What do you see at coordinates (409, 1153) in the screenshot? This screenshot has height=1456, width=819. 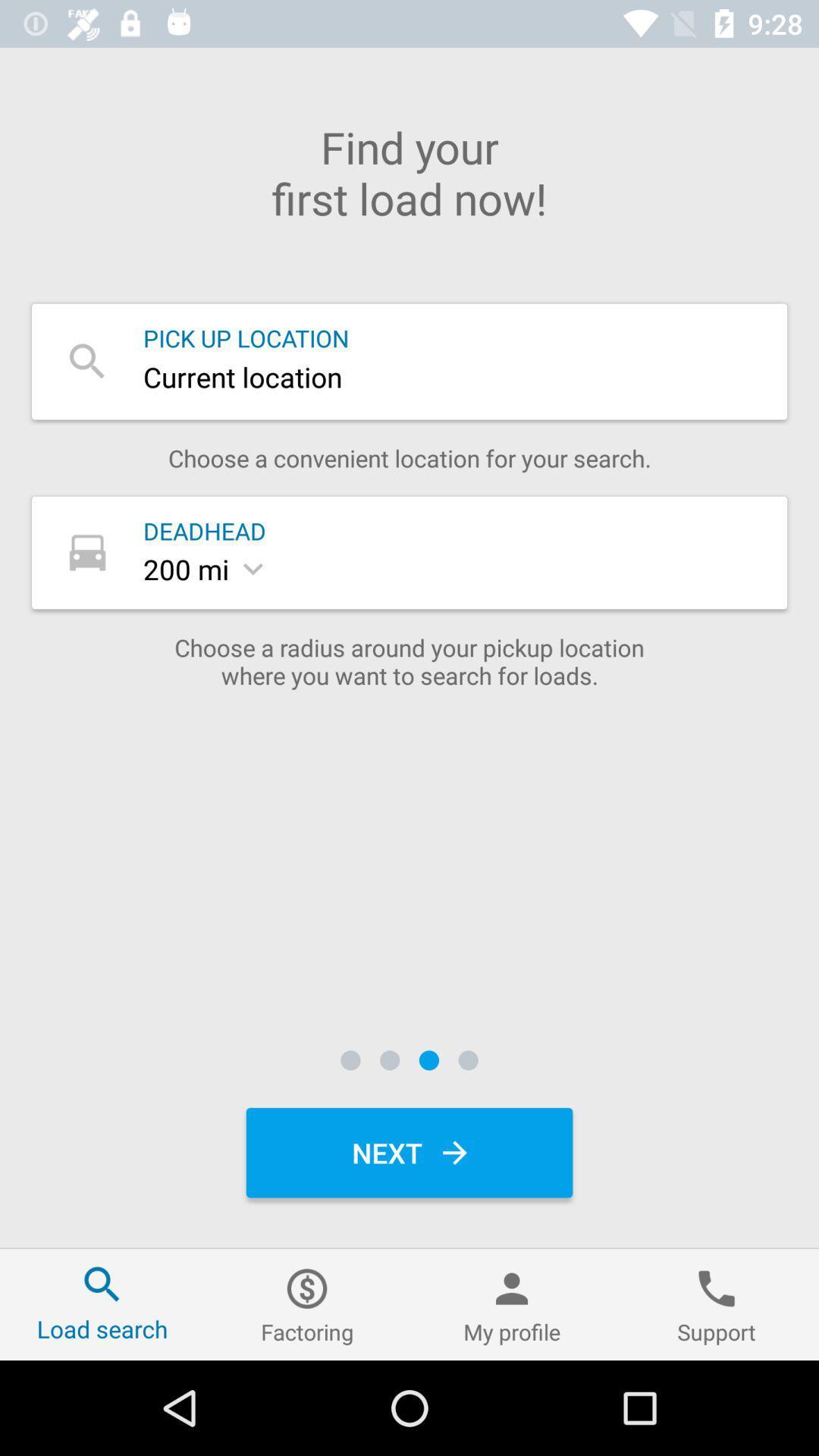 I see `the next` at bounding box center [409, 1153].